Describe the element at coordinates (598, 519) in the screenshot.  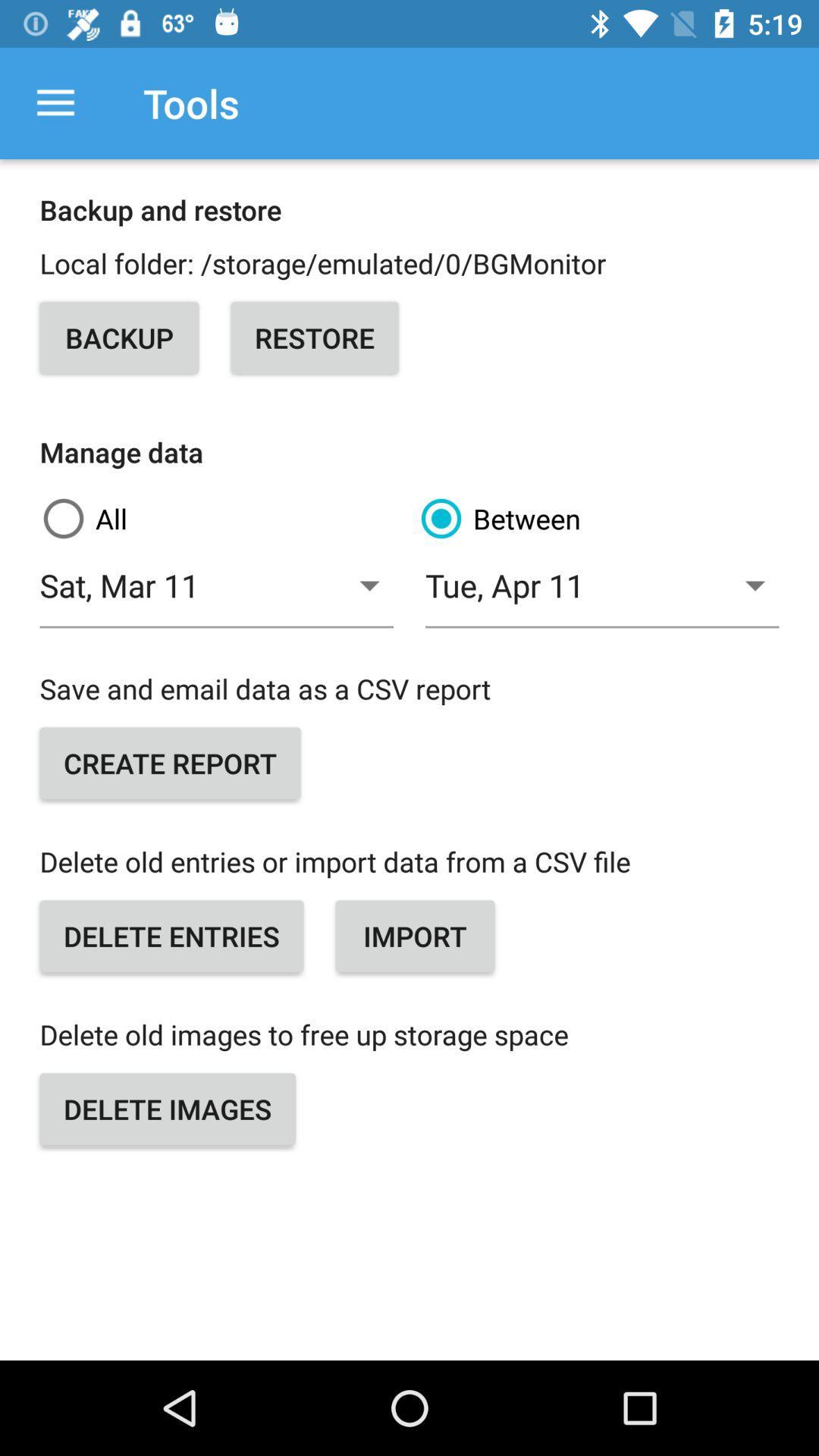
I see `the icon to the right of the all` at that location.